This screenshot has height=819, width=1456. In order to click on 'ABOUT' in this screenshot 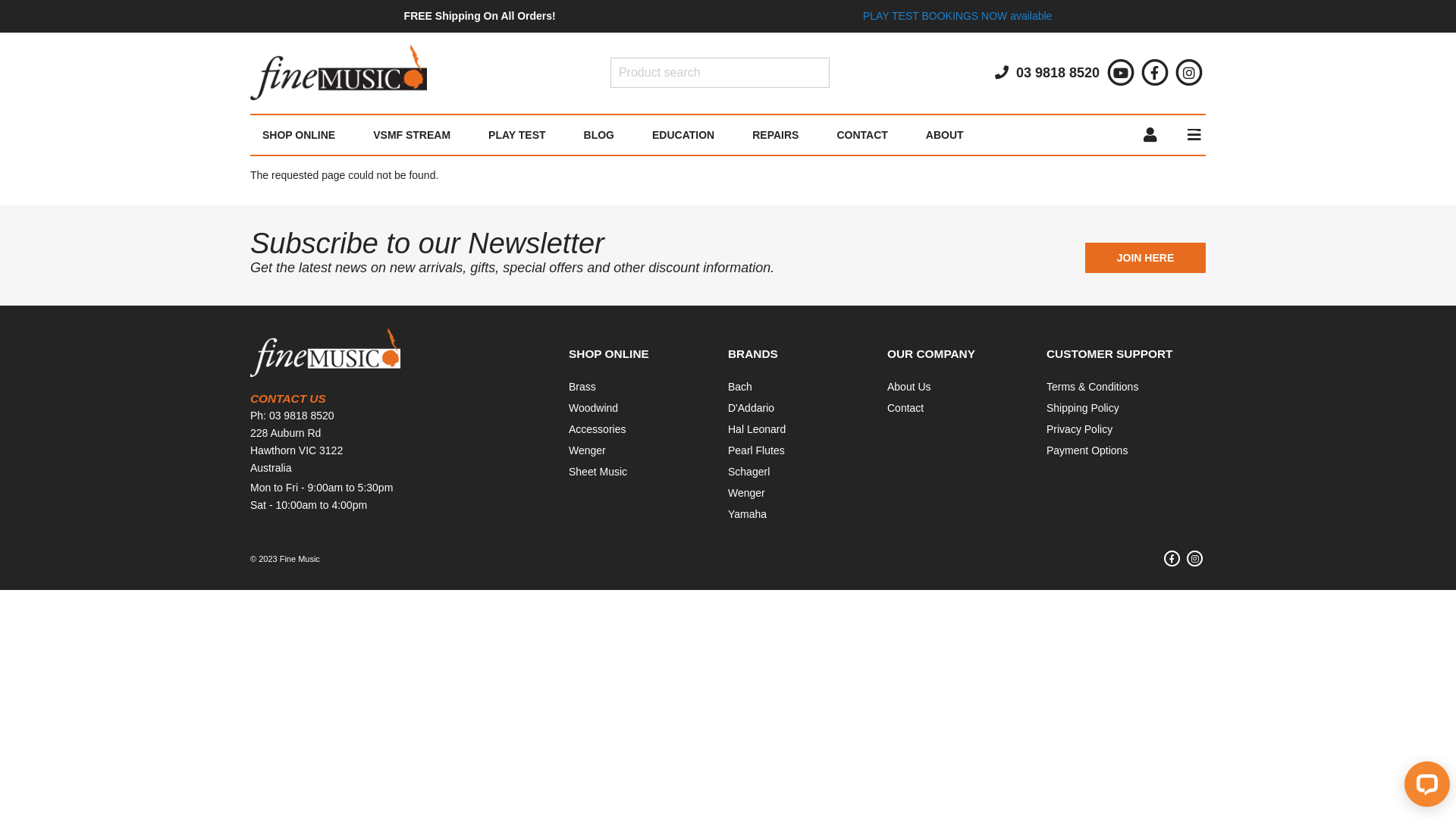, I will do `click(944, 133)`.